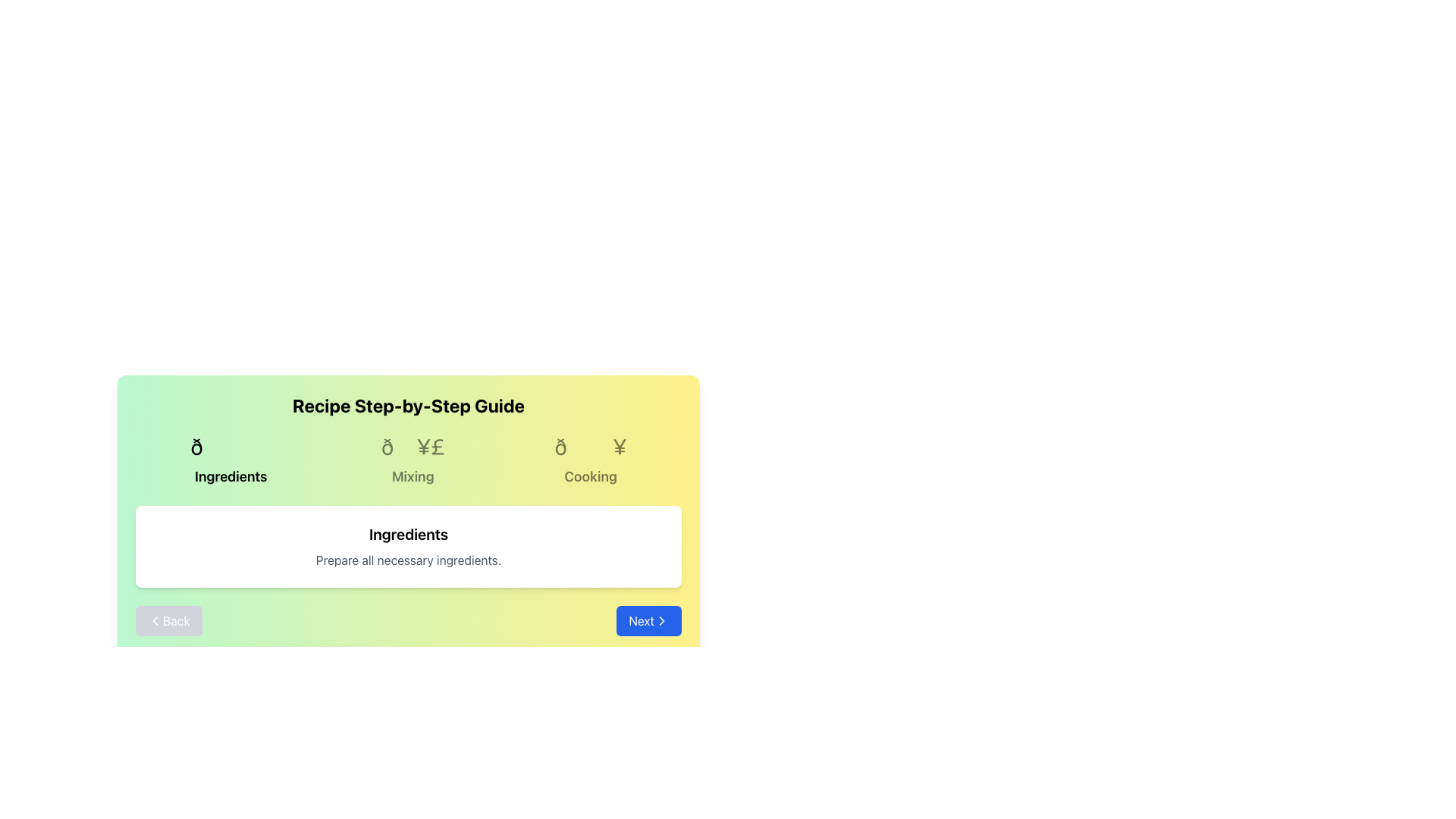 This screenshot has height=819, width=1456. Describe the element at coordinates (662, 620) in the screenshot. I see `the arrow icon pointing to the right, which is located to the right of the 'Next' button with a blue background and rounded corners` at that location.